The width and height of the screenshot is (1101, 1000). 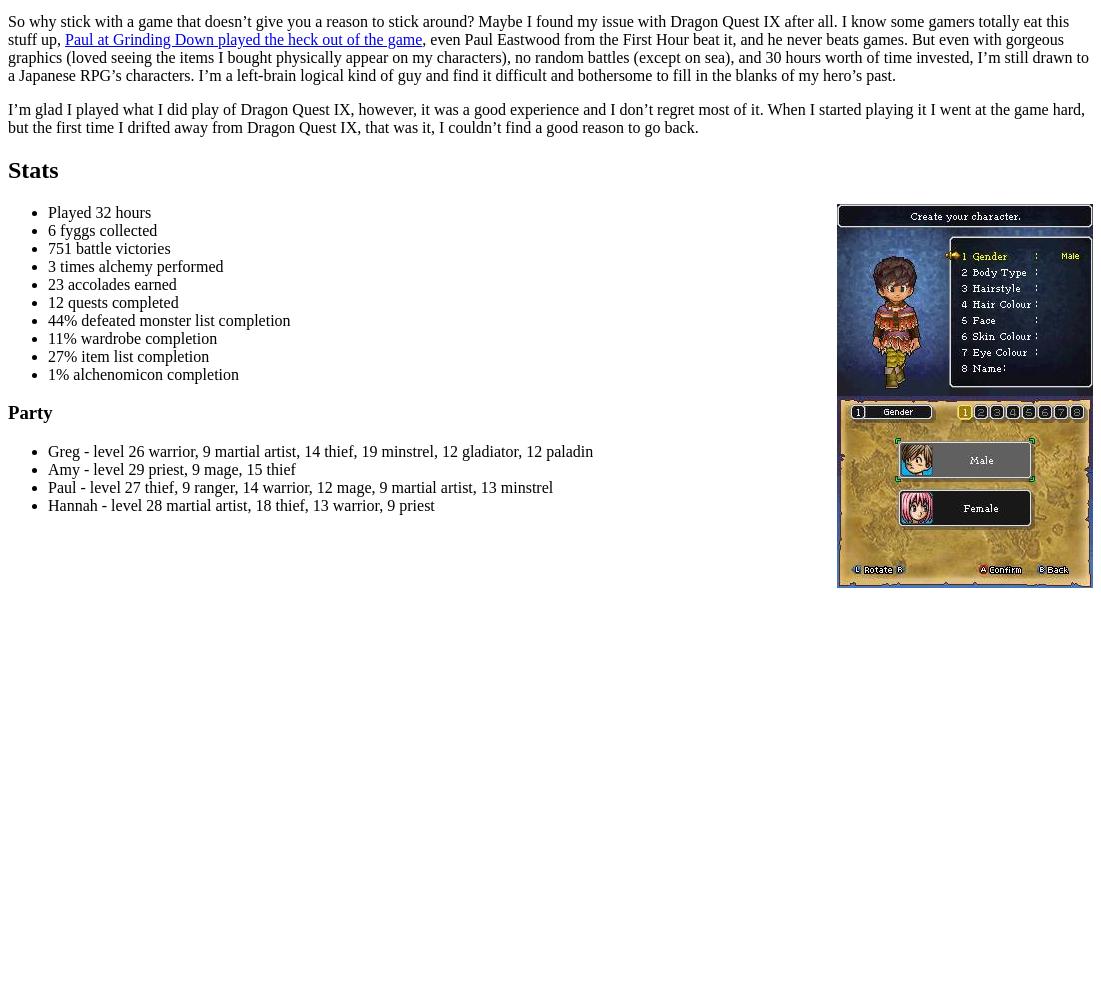 What do you see at coordinates (111, 283) in the screenshot?
I see `'23 accolades earned'` at bounding box center [111, 283].